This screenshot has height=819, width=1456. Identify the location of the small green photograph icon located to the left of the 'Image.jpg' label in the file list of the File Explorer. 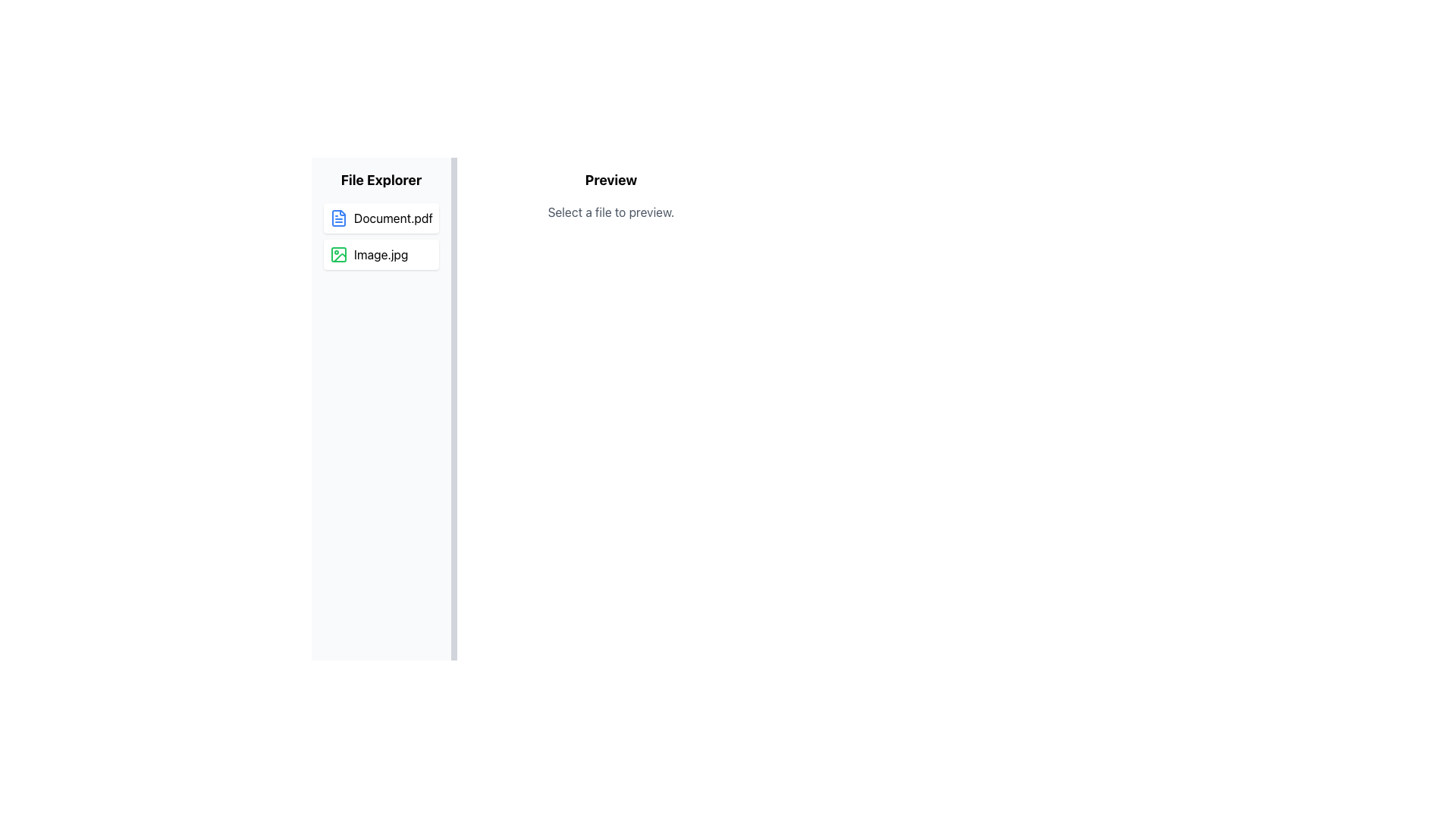
(337, 253).